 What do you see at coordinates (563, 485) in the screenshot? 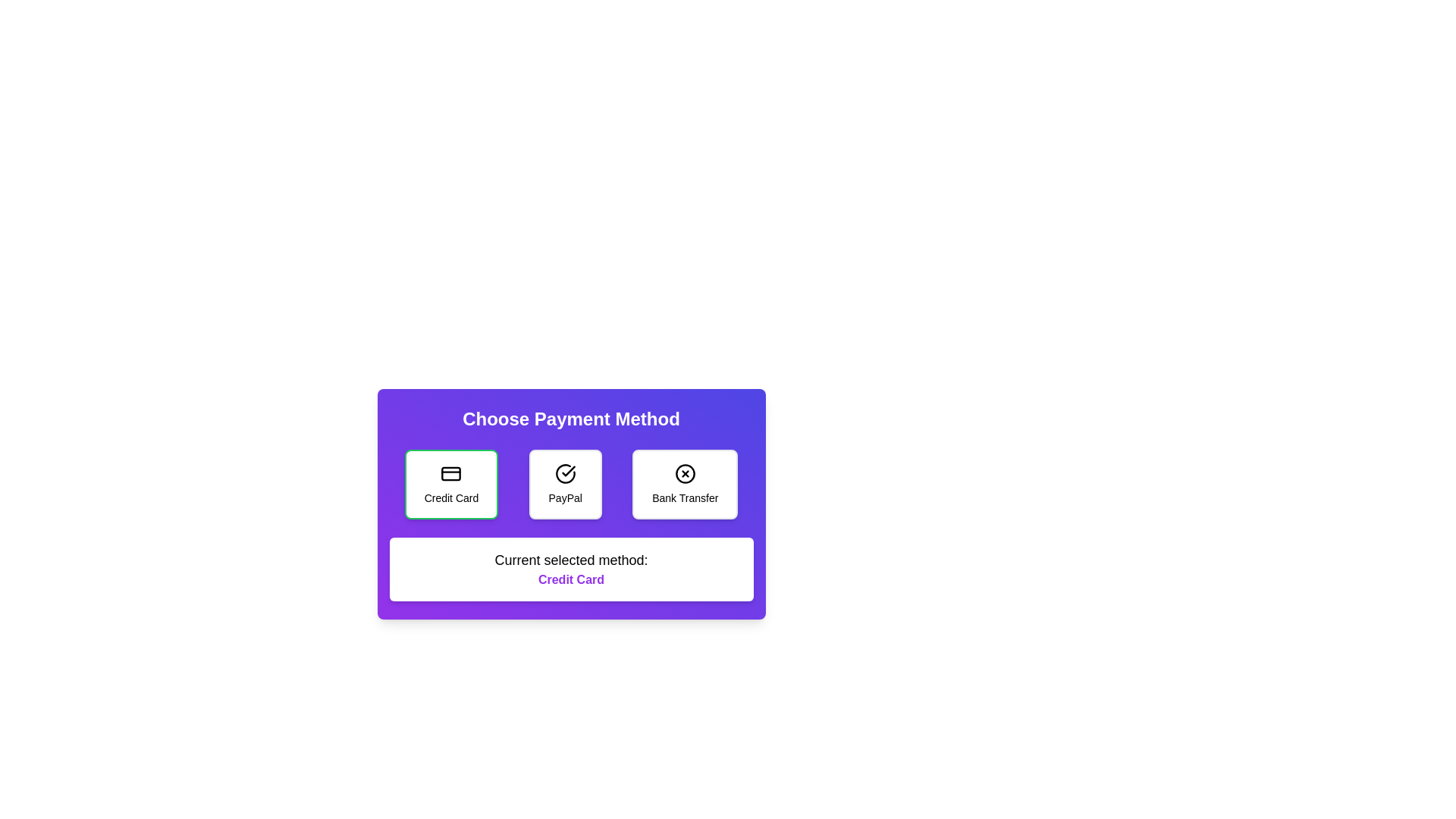
I see `the button corresponding to the payment method PayPal` at bounding box center [563, 485].